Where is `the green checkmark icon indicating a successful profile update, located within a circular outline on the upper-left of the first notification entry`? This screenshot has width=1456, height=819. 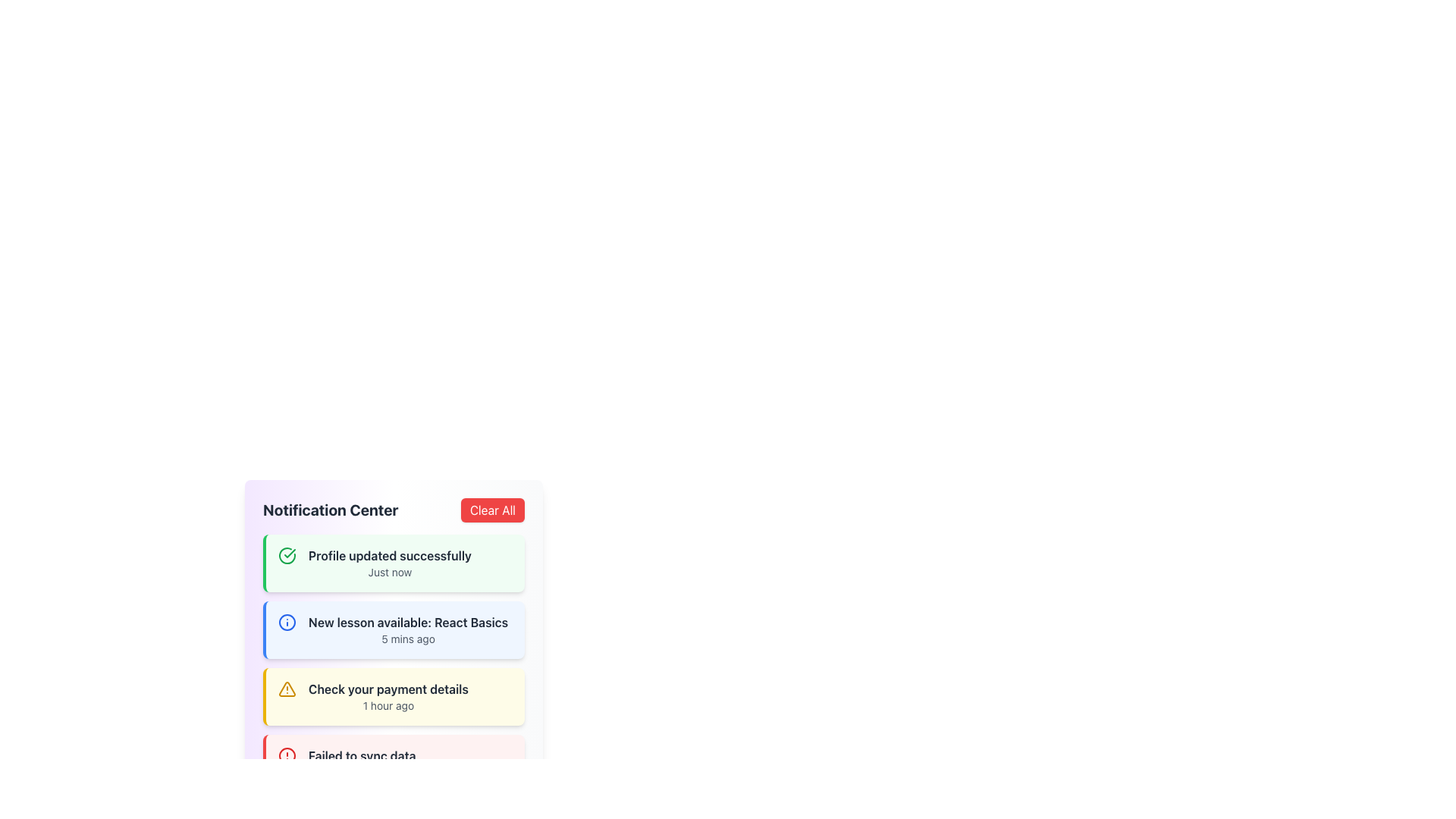 the green checkmark icon indicating a successful profile update, located within a circular outline on the upper-left of the first notification entry is located at coordinates (290, 553).